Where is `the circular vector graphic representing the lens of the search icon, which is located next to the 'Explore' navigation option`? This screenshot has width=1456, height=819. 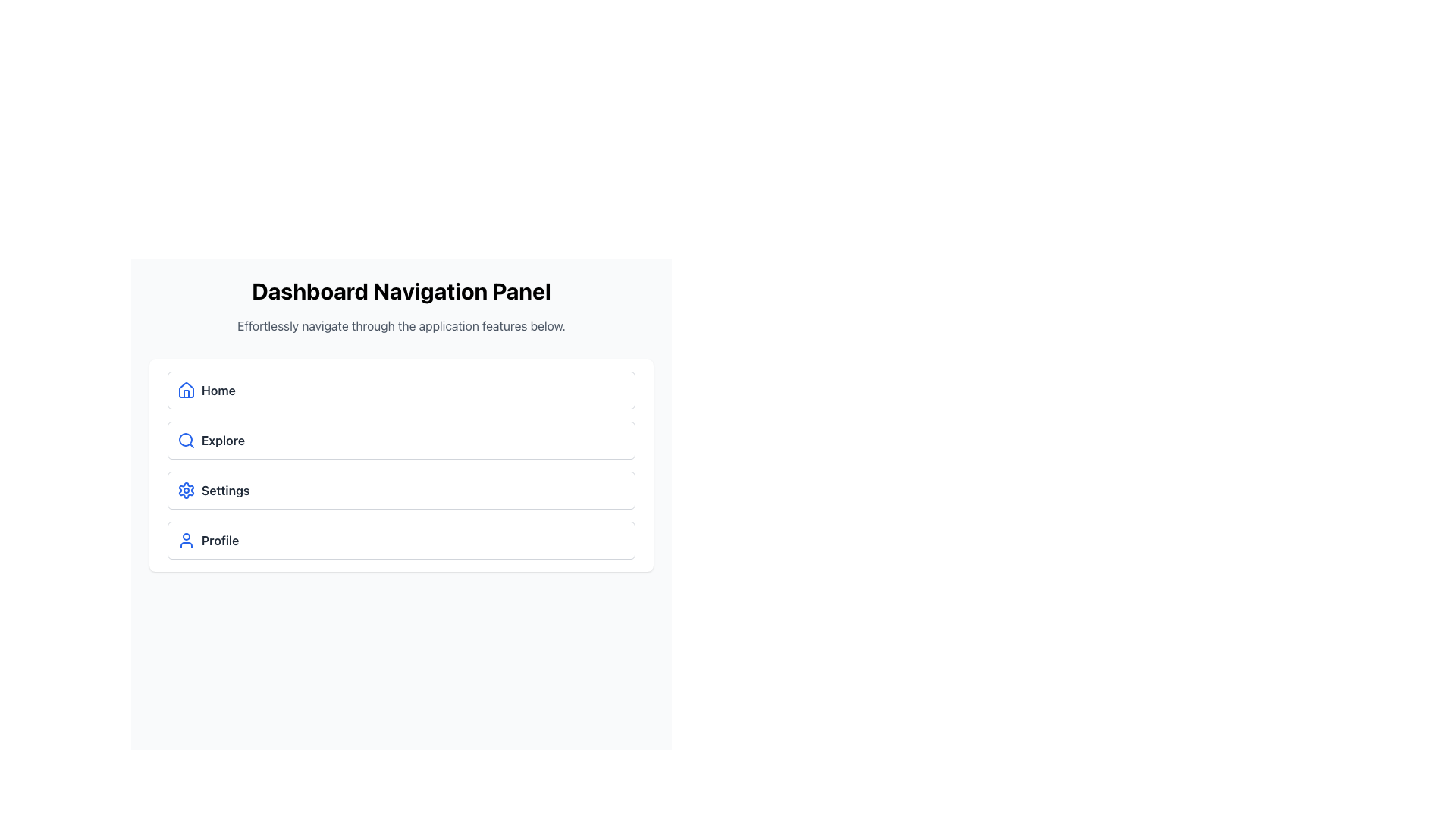
the circular vector graphic representing the lens of the search icon, which is located next to the 'Explore' navigation option is located at coordinates (184, 439).